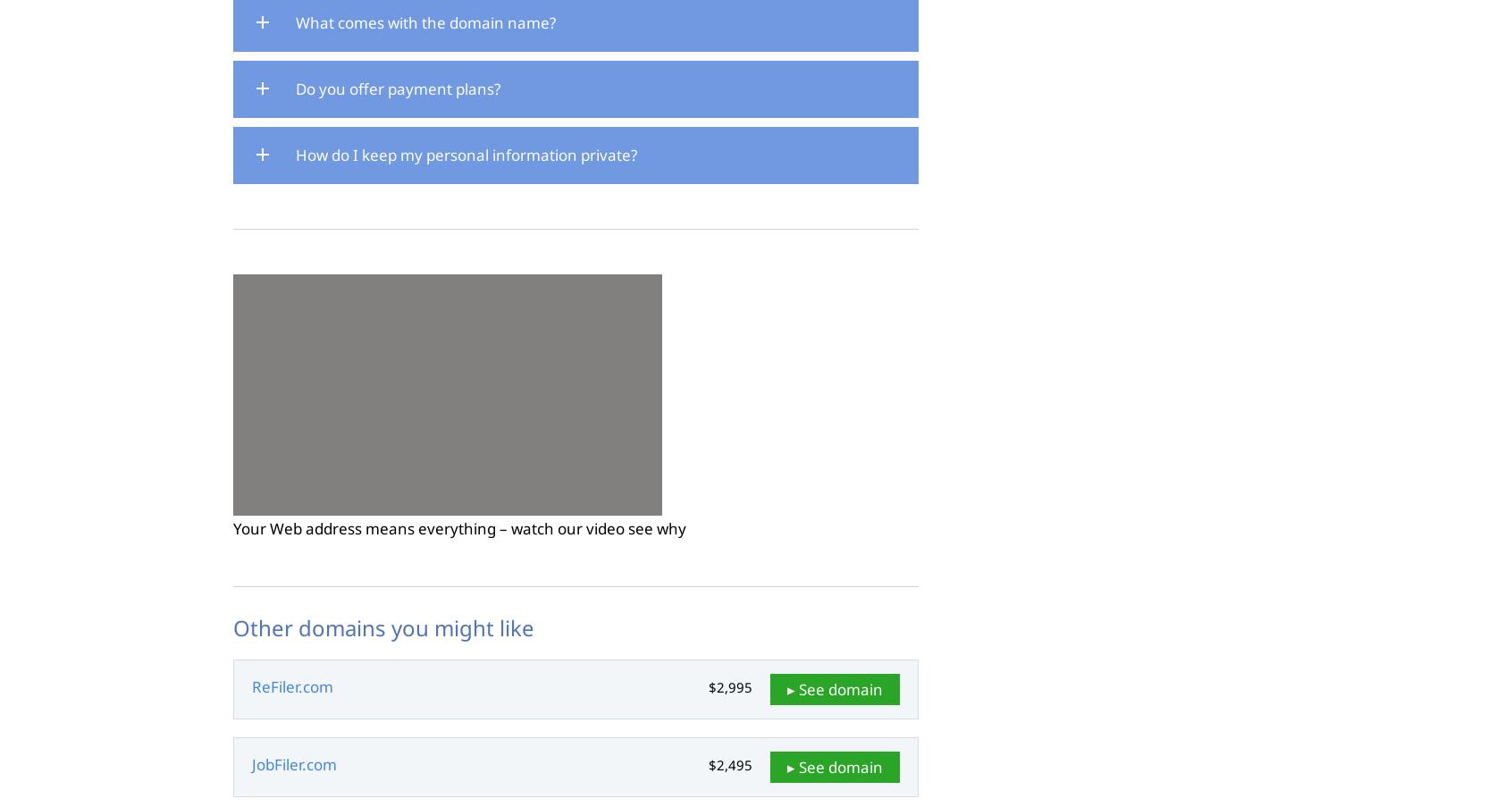 The width and height of the screenshot is (1512, 807). I want to click on 'Do you offer payment plans?', so click(397, 88).